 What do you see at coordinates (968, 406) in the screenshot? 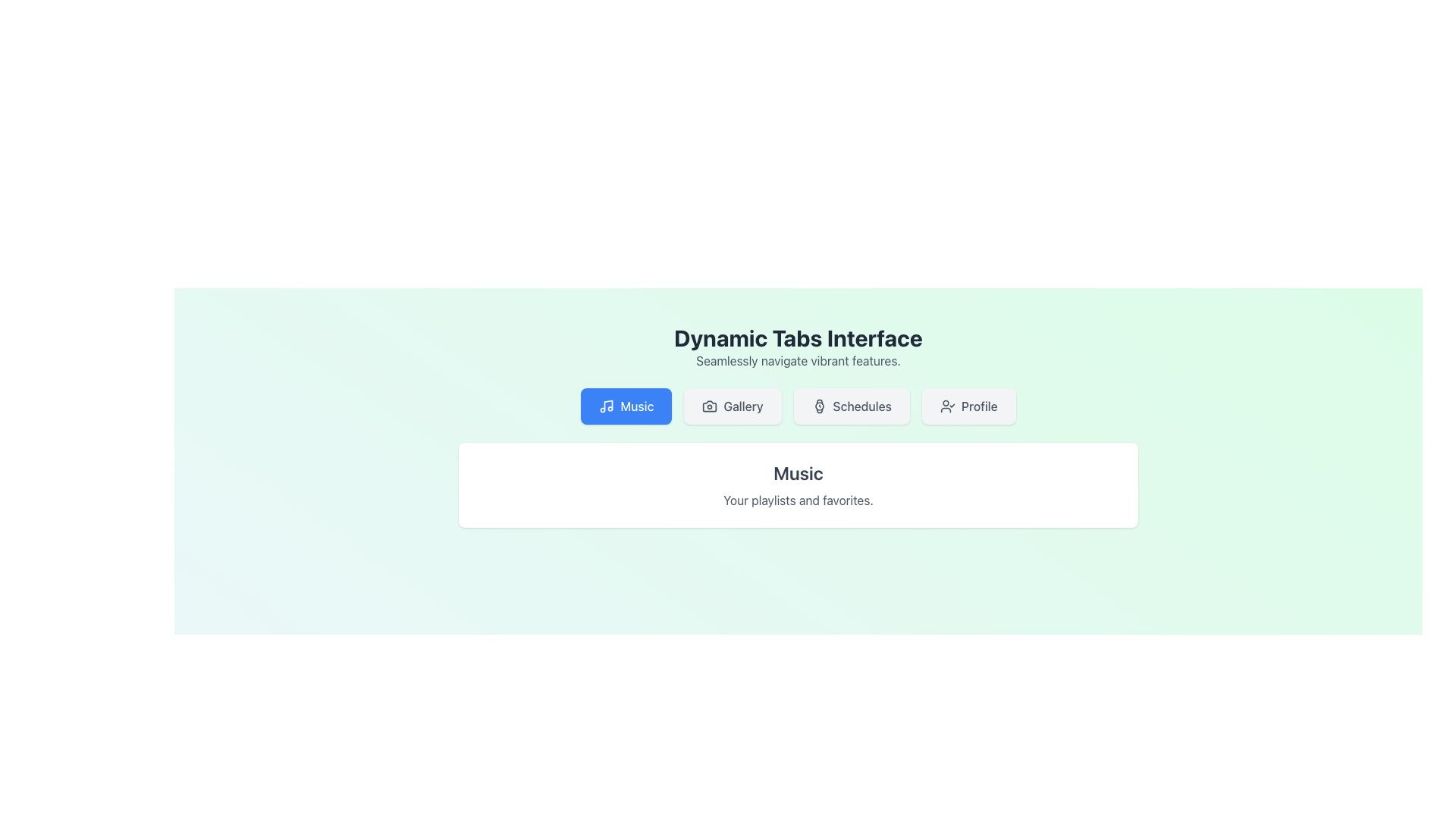
I see `the fourth button in the horizontal row, located to the right of the 'Schedules' button` at bounding box center [968, 406].